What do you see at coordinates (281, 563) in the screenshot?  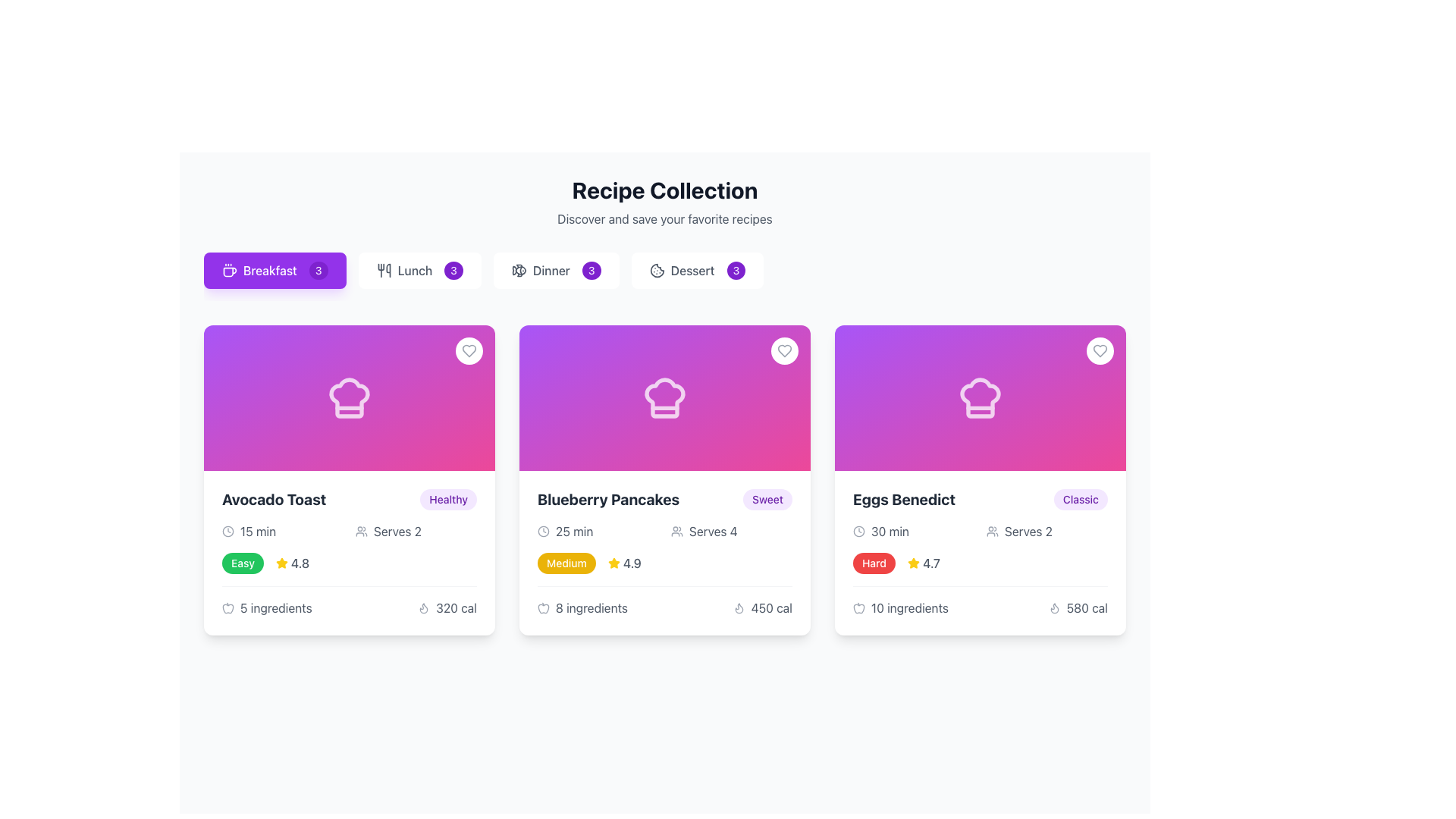 I see `the star icon representing the rating of the 'Avocado Toast' recipe, located next to the numeric rating (4.8) below the title and to the right of the green 'Easy' label` at bounding box center [281, 563].